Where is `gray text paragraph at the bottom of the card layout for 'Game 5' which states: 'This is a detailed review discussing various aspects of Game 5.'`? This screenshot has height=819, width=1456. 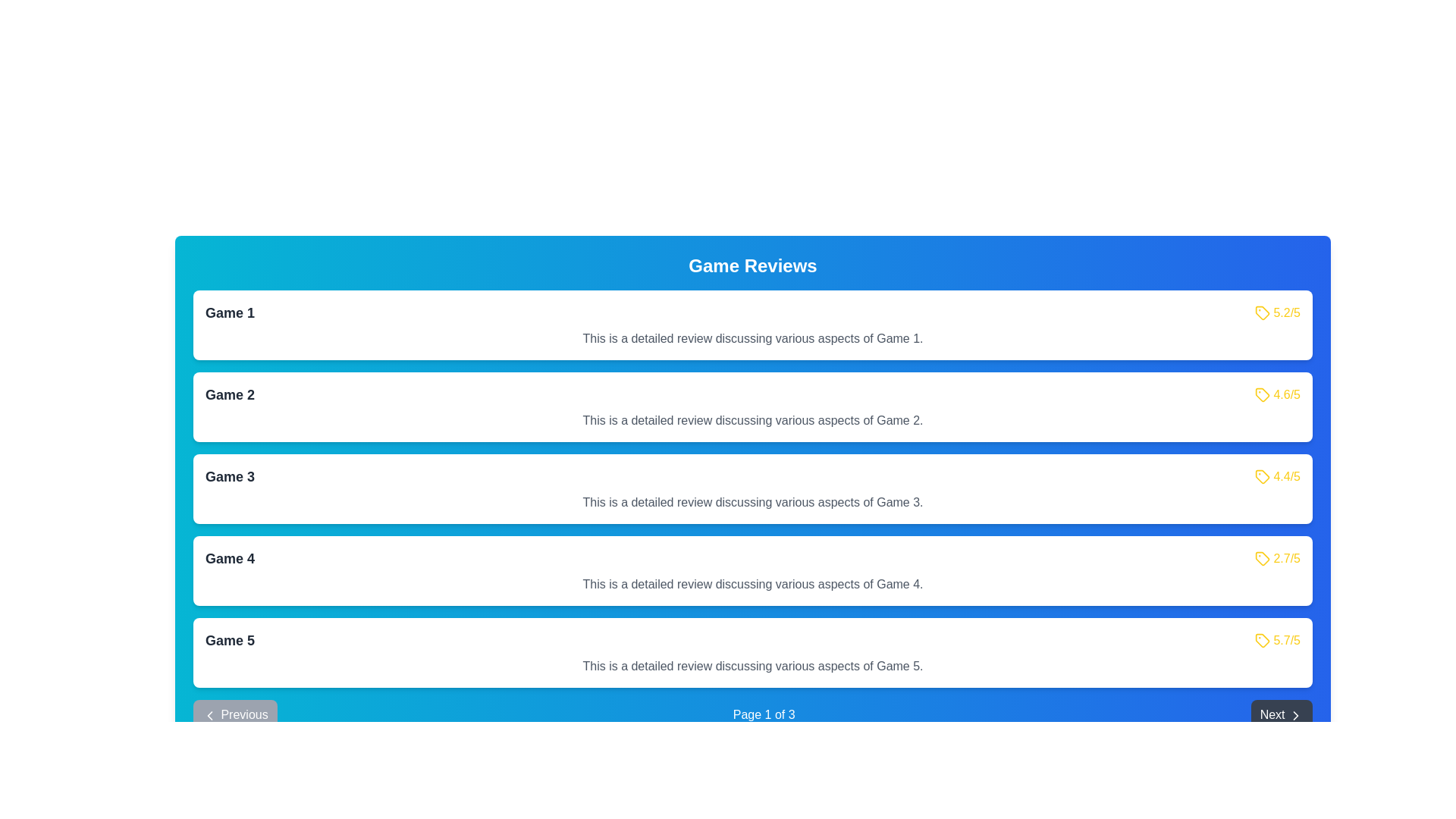 gray text paragraph at the bottom of the card layout for 'Game 5' which states: 'This is a detailed review discussing various aspects of Game 5.' is located at coordinates (753, 666).